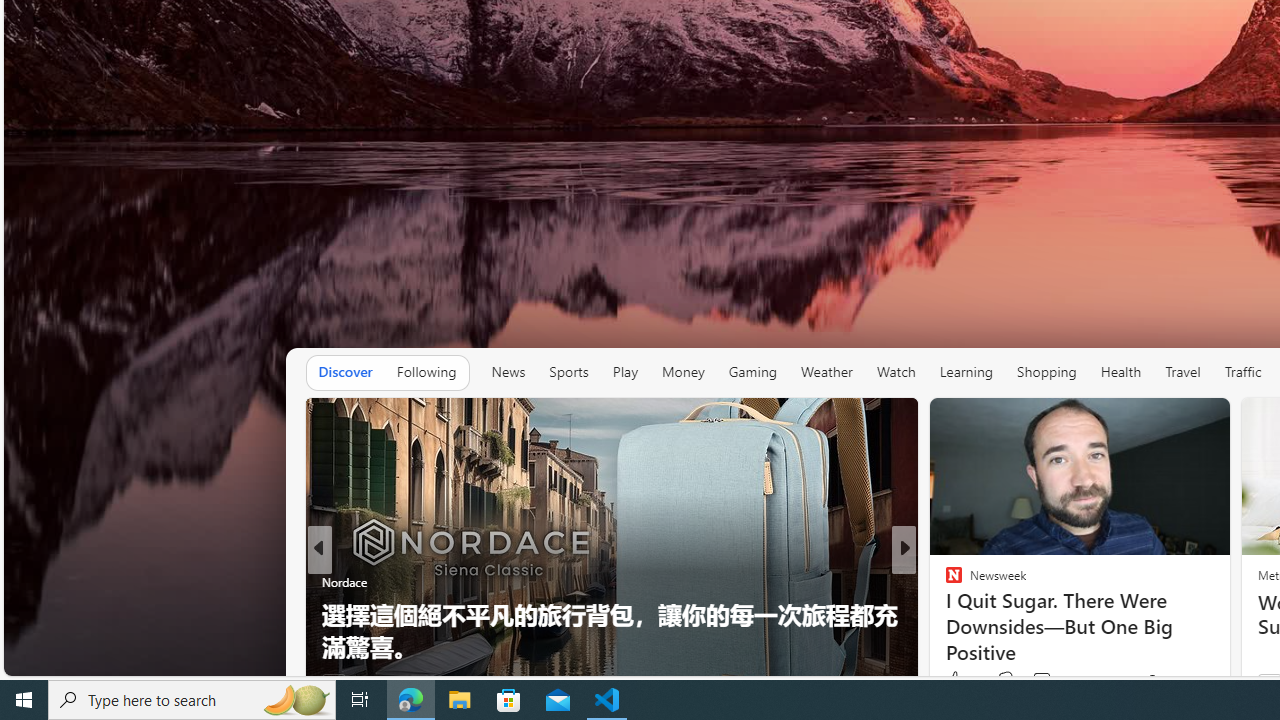 The height and width of the screenshot is (720, 1280). What do you see at coordinates (751, 372) in the screenshot?
I see `'Gaming'` at bounding box center [751, 372].